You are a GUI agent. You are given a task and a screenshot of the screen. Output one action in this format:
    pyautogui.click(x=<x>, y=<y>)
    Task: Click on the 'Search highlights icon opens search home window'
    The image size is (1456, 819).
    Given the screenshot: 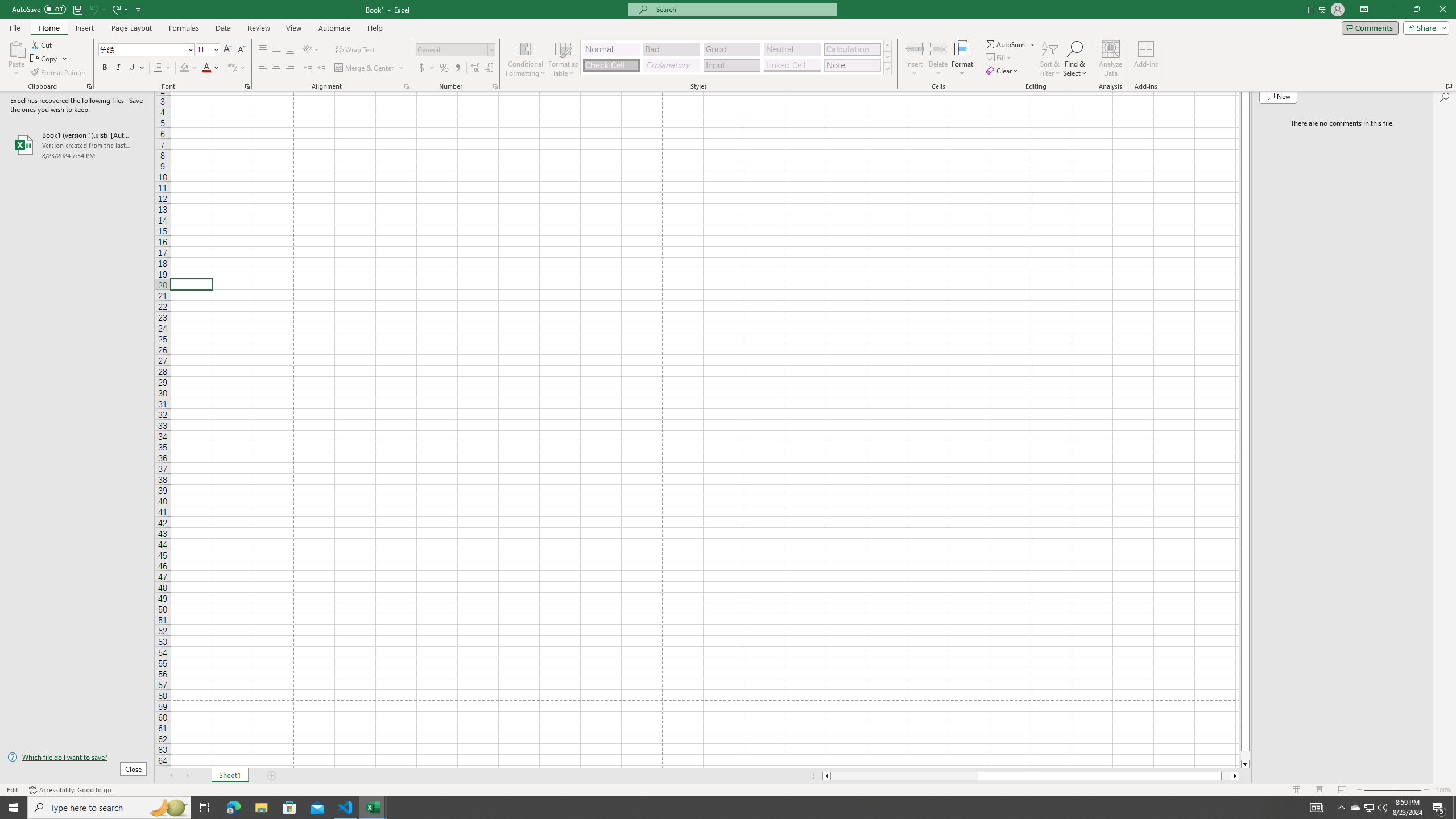 What is the action you would take?
    pyautogui.click(x=167, y=806)
    